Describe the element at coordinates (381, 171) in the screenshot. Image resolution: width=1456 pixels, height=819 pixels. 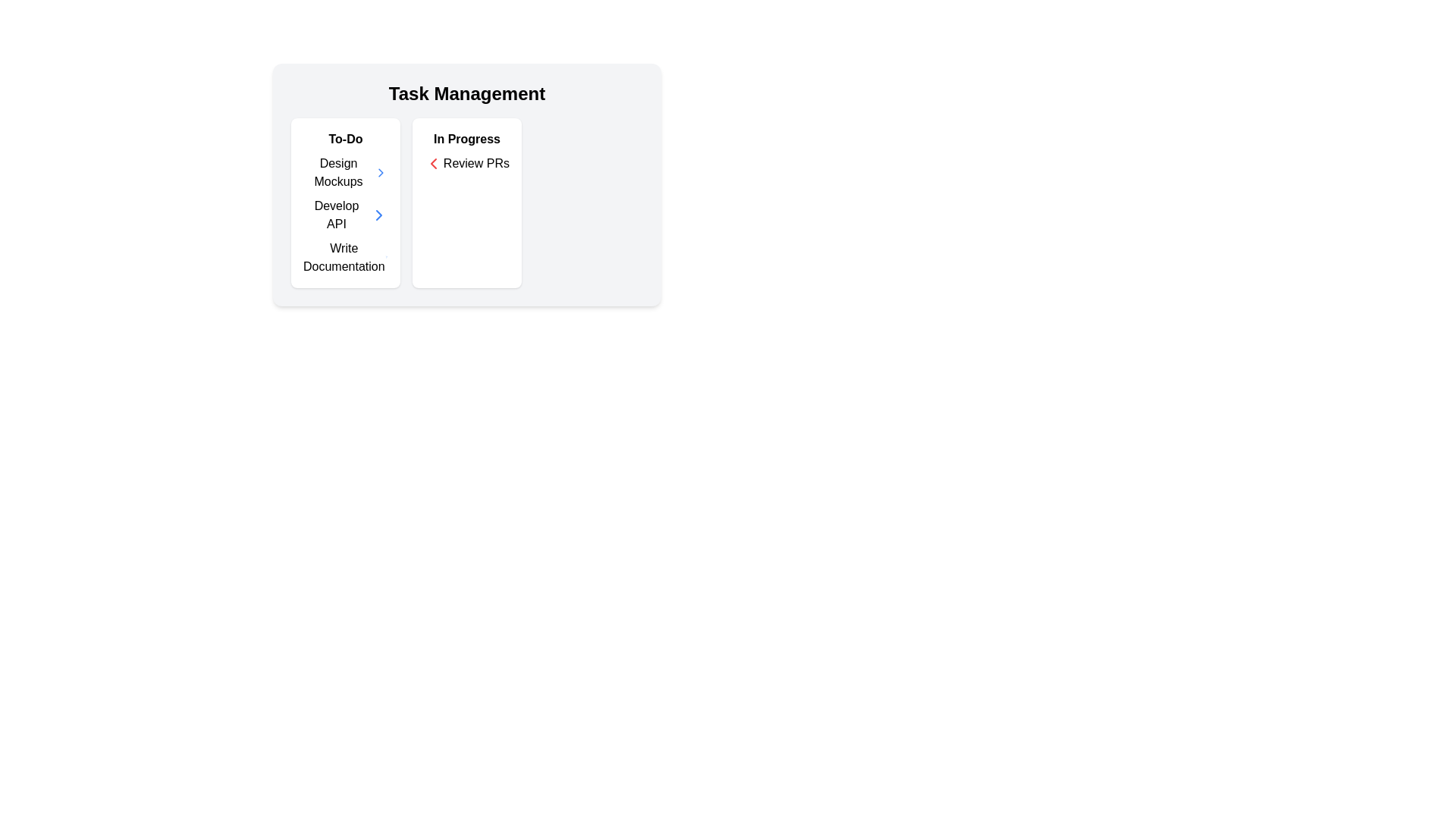
I see `the rightward-facing chevron icon button located to the right of the 'Develop API' text in the 'To-Do' section of the 'Task Management' interface` at that location.